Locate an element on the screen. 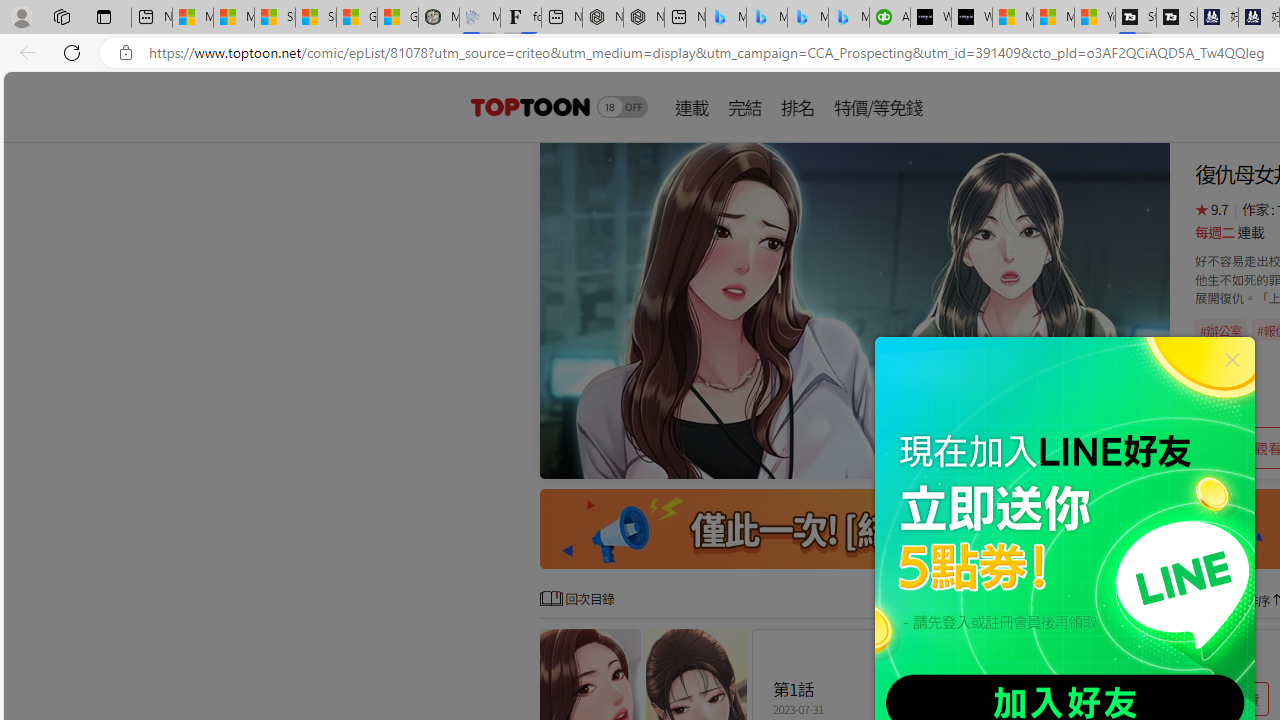  'Microsoft Bing Travel - Shangri-La Hotel Bangkok' is located at coordinates (849, 17).